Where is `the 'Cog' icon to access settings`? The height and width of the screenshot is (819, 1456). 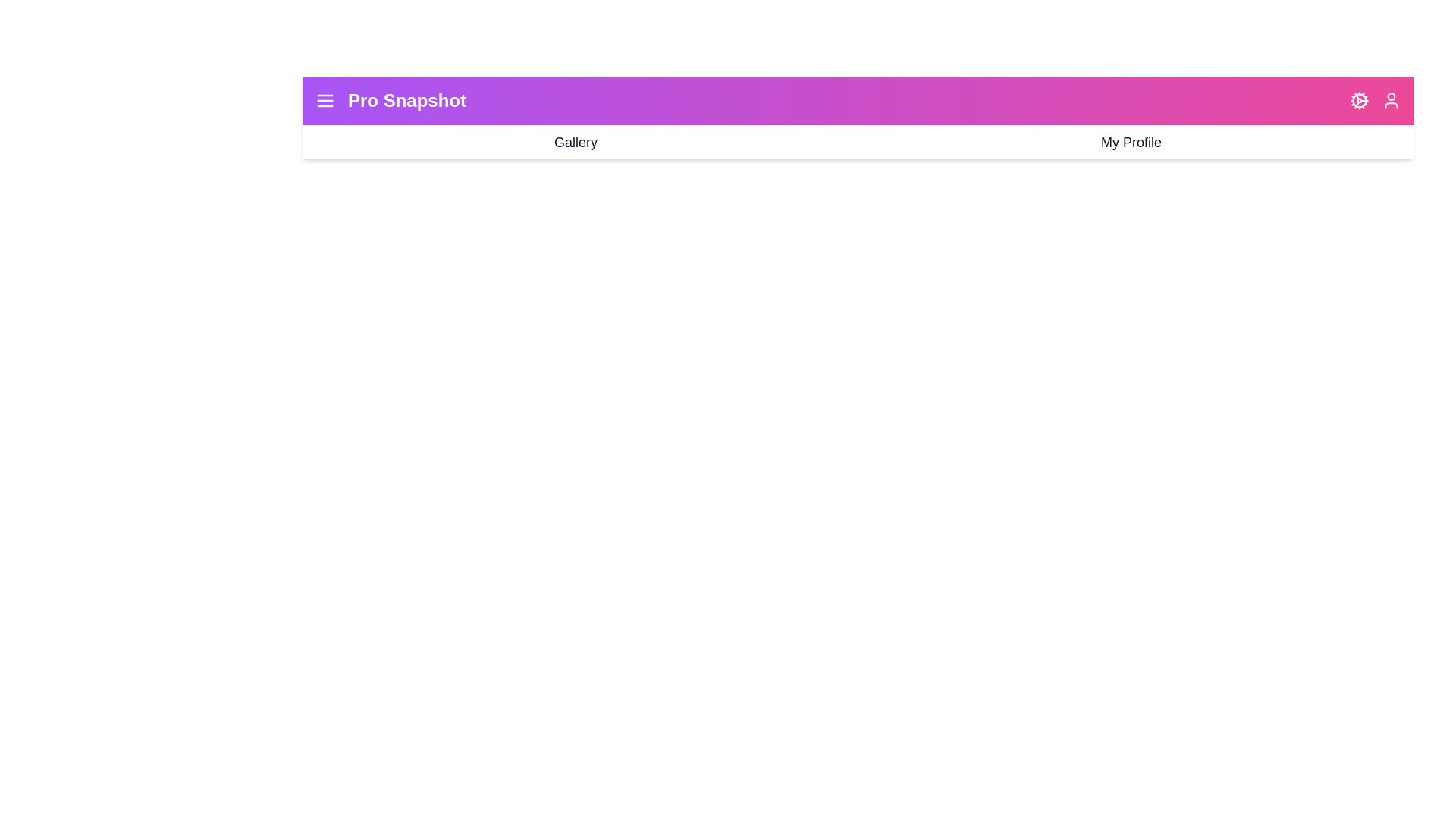 the 'Cog' icon to access settings is located at coordinates (1360, 100).